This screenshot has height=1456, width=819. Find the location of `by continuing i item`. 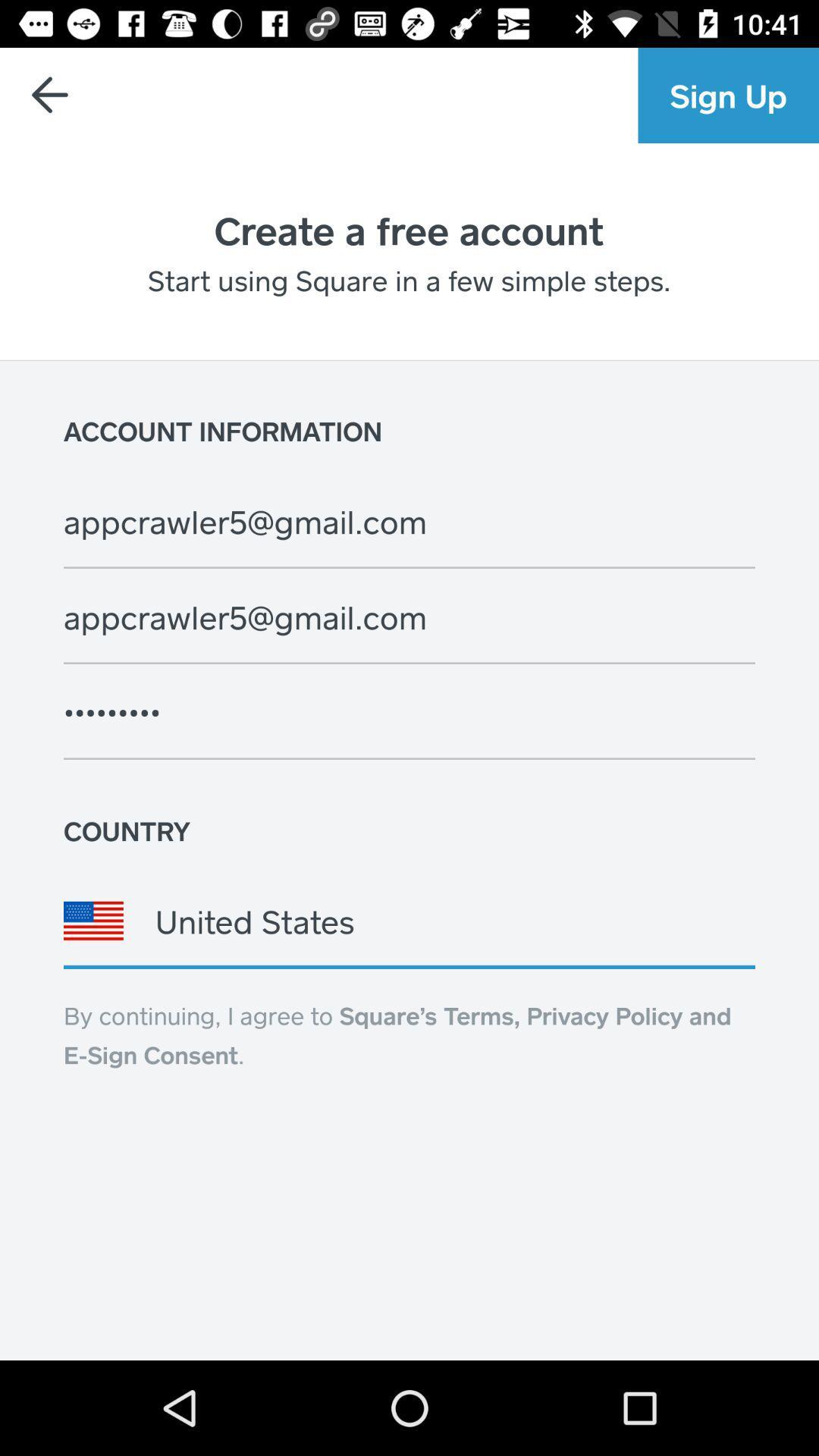

by continuing i item is located at coordinates (397, 1034).